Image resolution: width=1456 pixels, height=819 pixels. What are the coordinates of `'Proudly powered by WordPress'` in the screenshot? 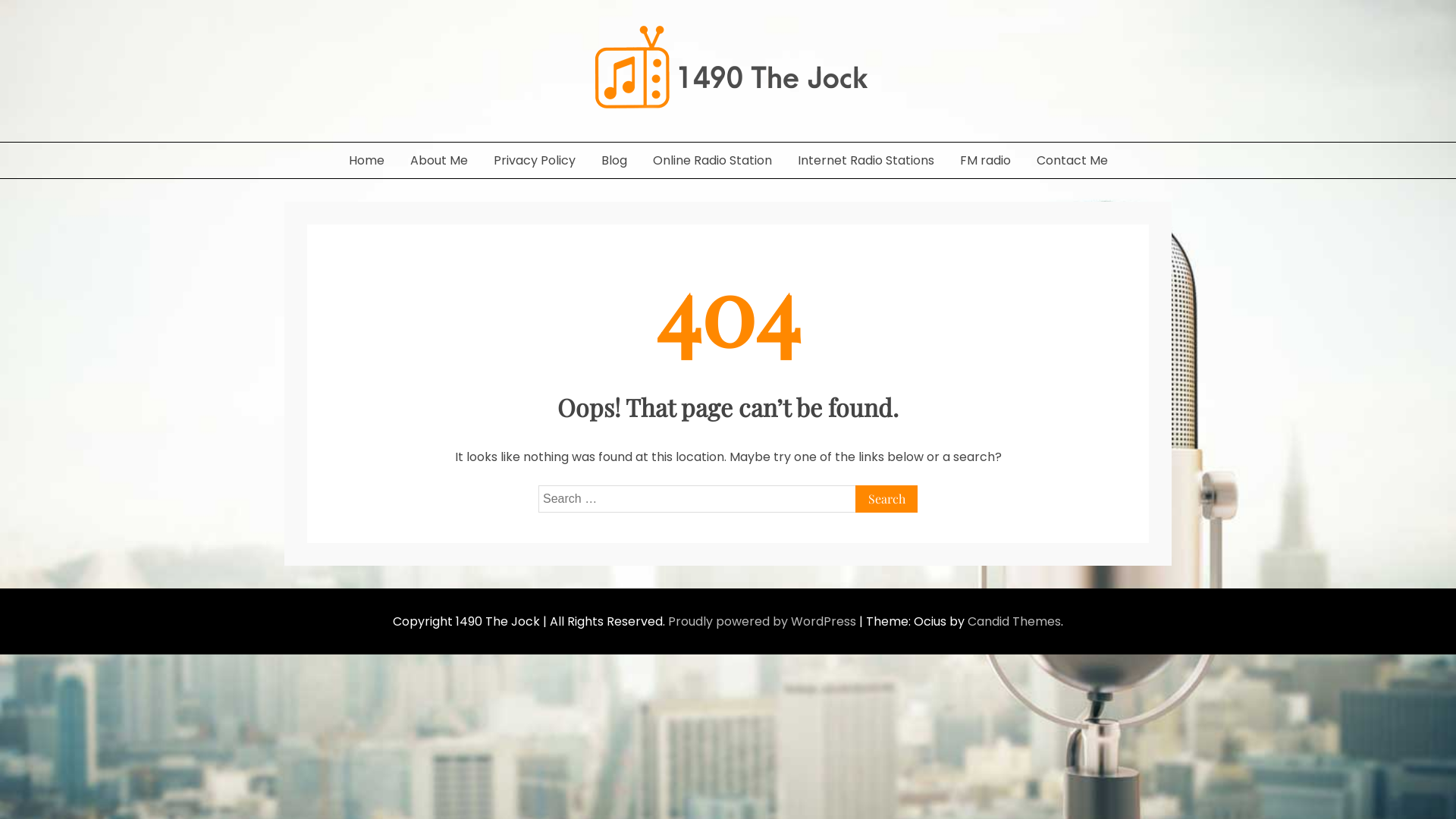 It's located at (667, 621).